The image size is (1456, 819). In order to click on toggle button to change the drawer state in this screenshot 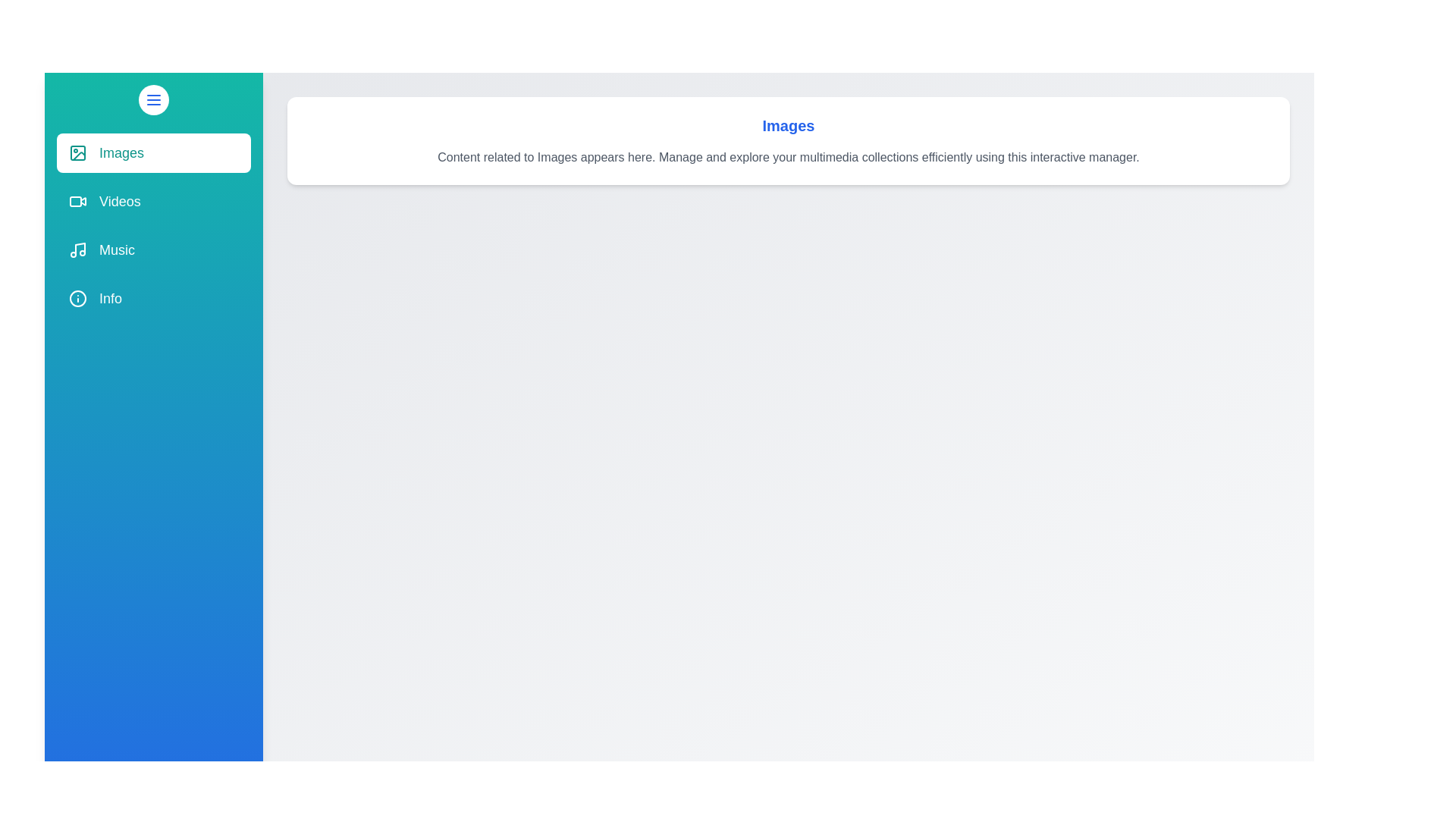, I will do `click(153, 99)`.